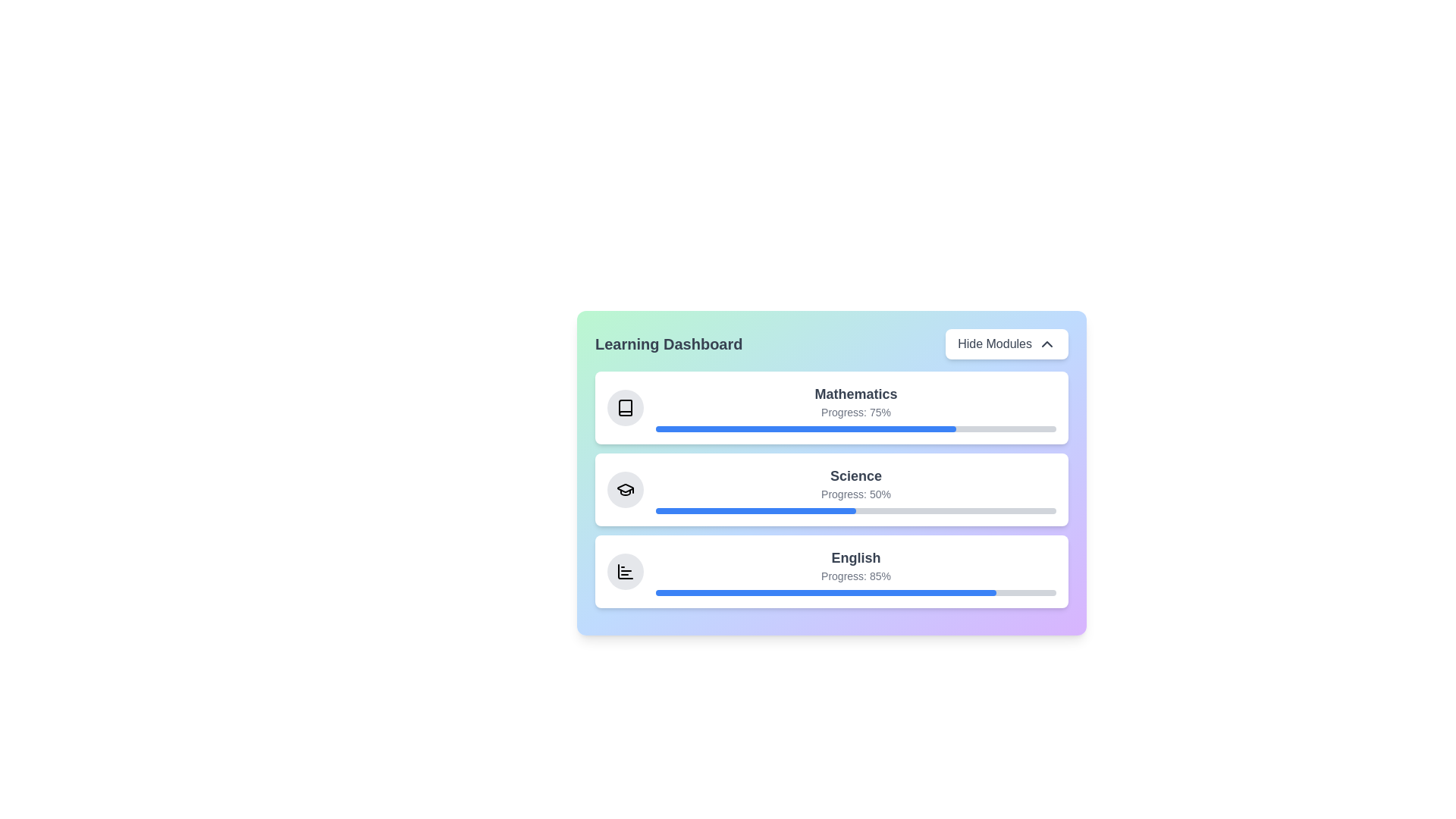 This screenshot has width=1456, height=819. I want to click on the module titled English to open its details, so click(831, 571).